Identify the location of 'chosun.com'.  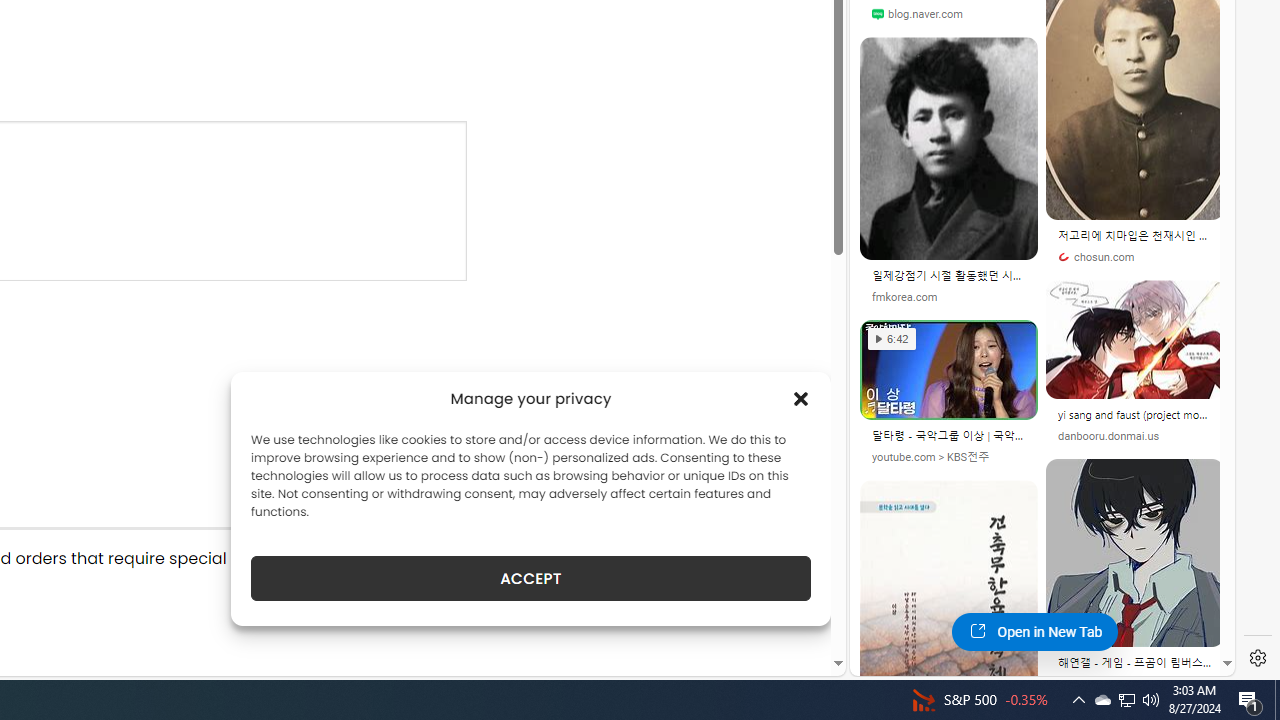
(1135, 256).